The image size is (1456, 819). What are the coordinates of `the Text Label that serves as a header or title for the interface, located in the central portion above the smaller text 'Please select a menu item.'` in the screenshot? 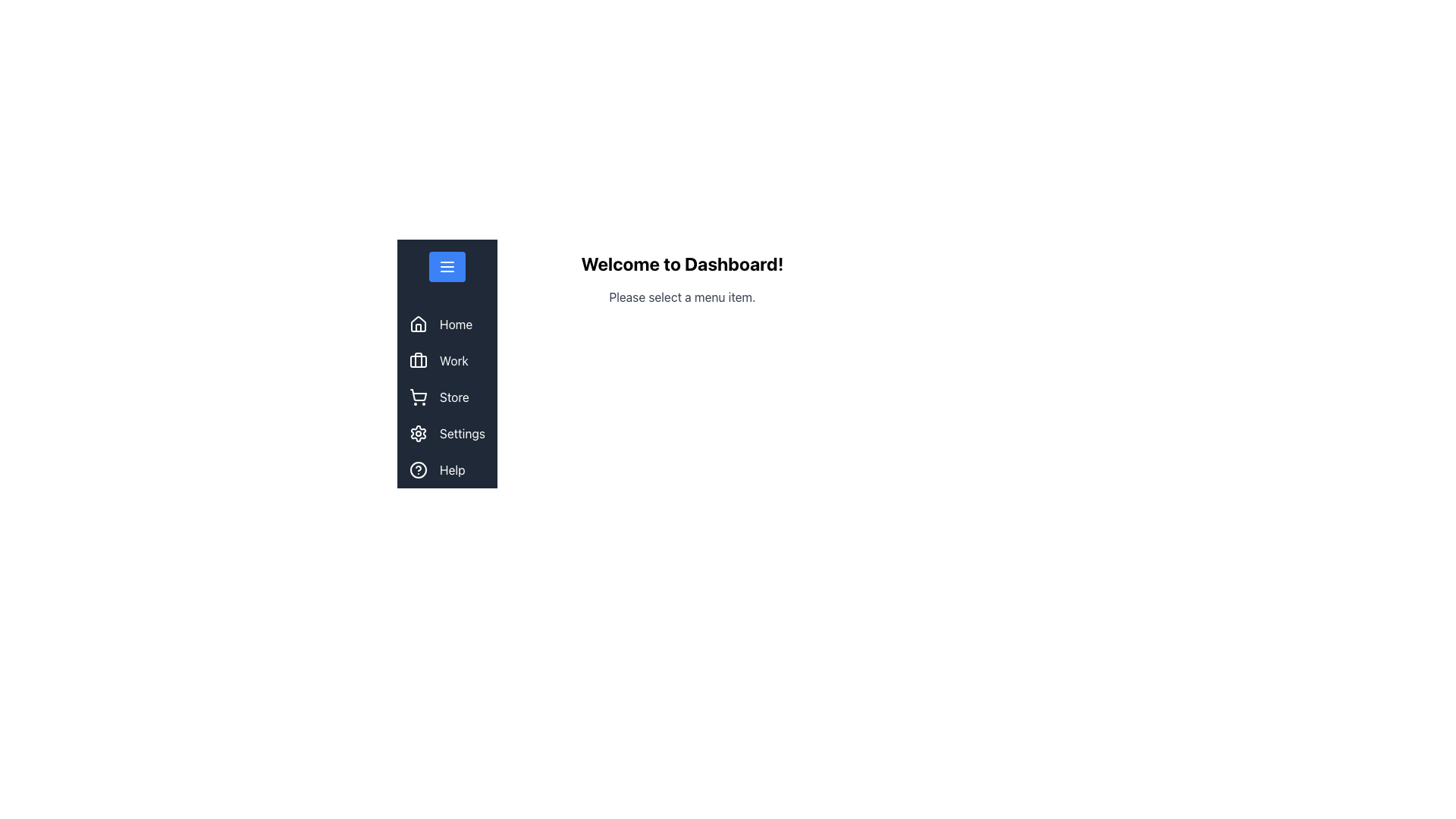 It's located at (681, 262).